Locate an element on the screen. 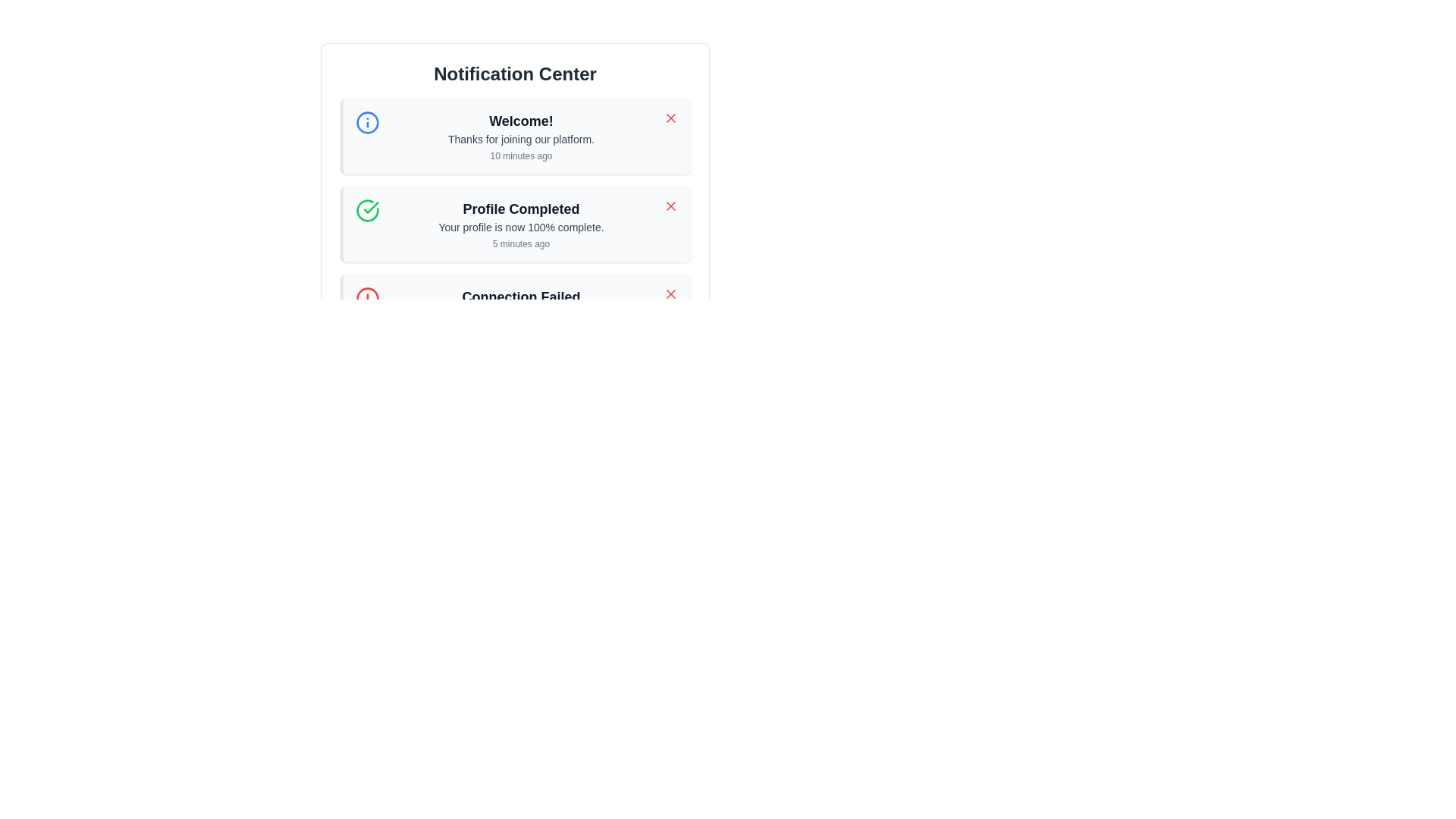 Image resolution: width=1456 pixels, height=819 pixels. the 'Profile Completed' notification card located in the 'Notification Center', which features the title 'Profile Completed', a description 'Your profile is now 100% complete.', and a timestamp '5 minutes ago' is located at coordinates (515, 206).